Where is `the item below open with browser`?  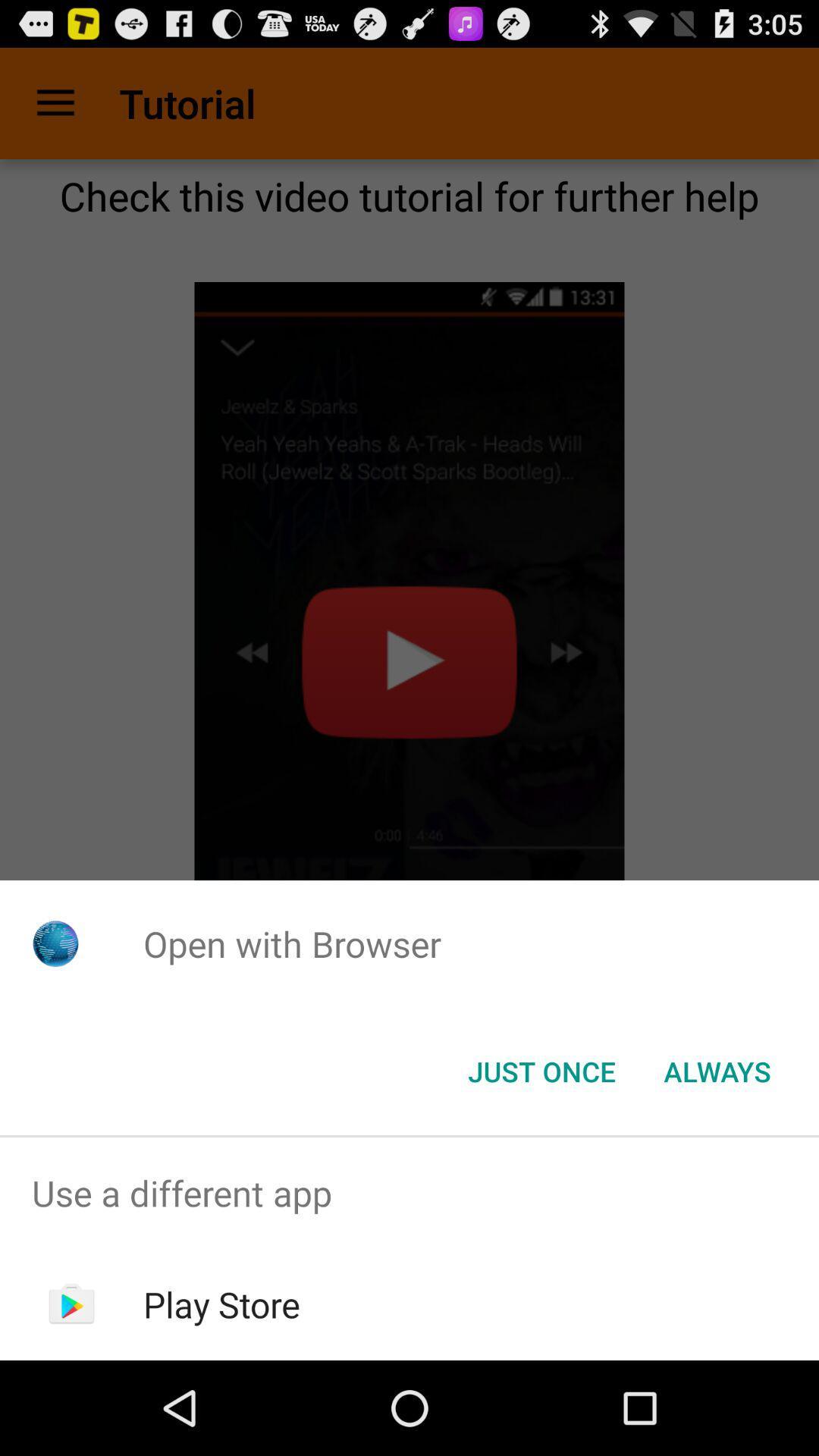 the item below open with browser is located at coordinates (717, 1070).